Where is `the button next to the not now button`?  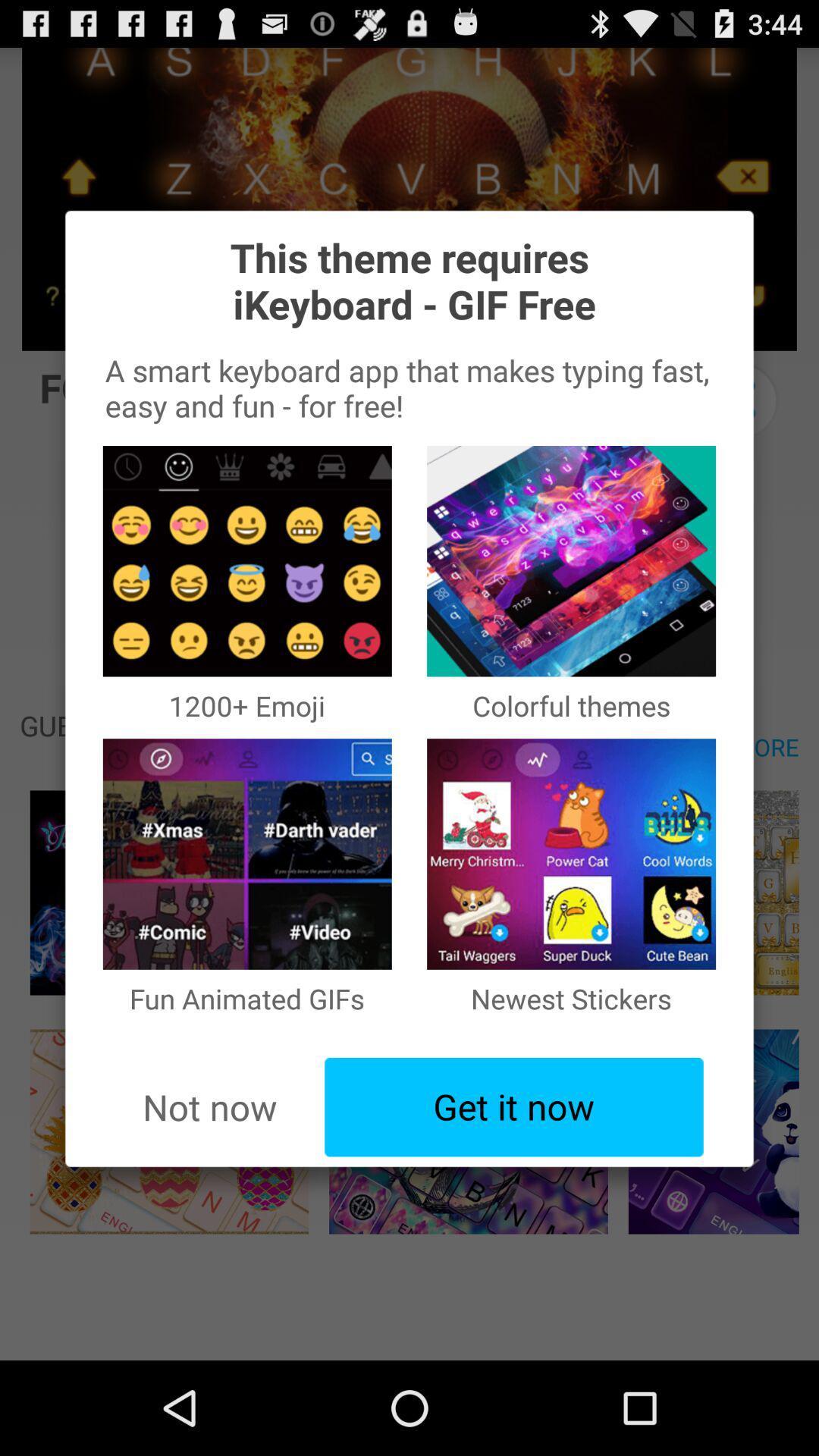 the button next to the not now button is located at coordinates (513, 1107).